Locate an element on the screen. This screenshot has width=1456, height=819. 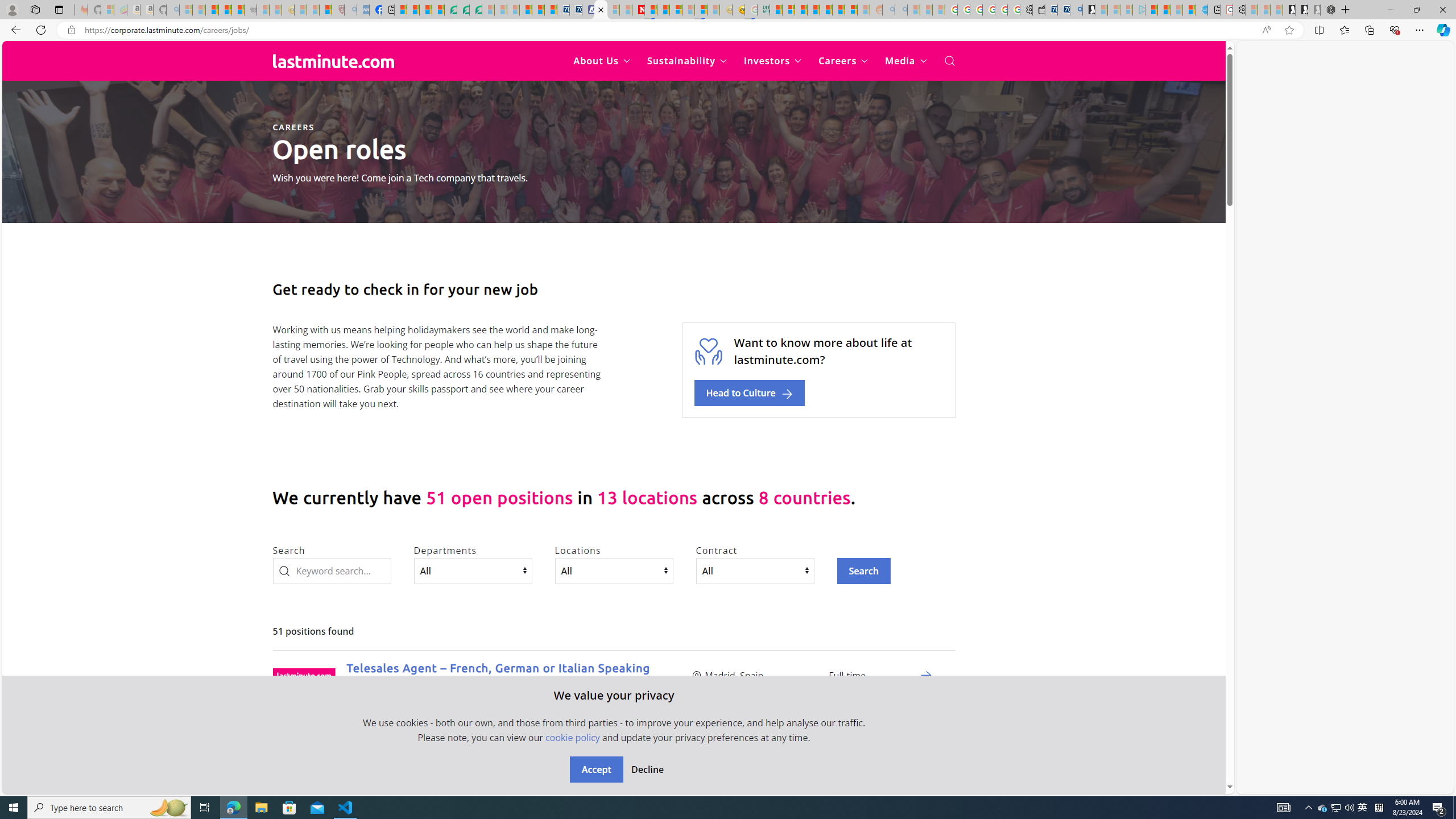
'Minimize' is located at coordinates (1389, 9).